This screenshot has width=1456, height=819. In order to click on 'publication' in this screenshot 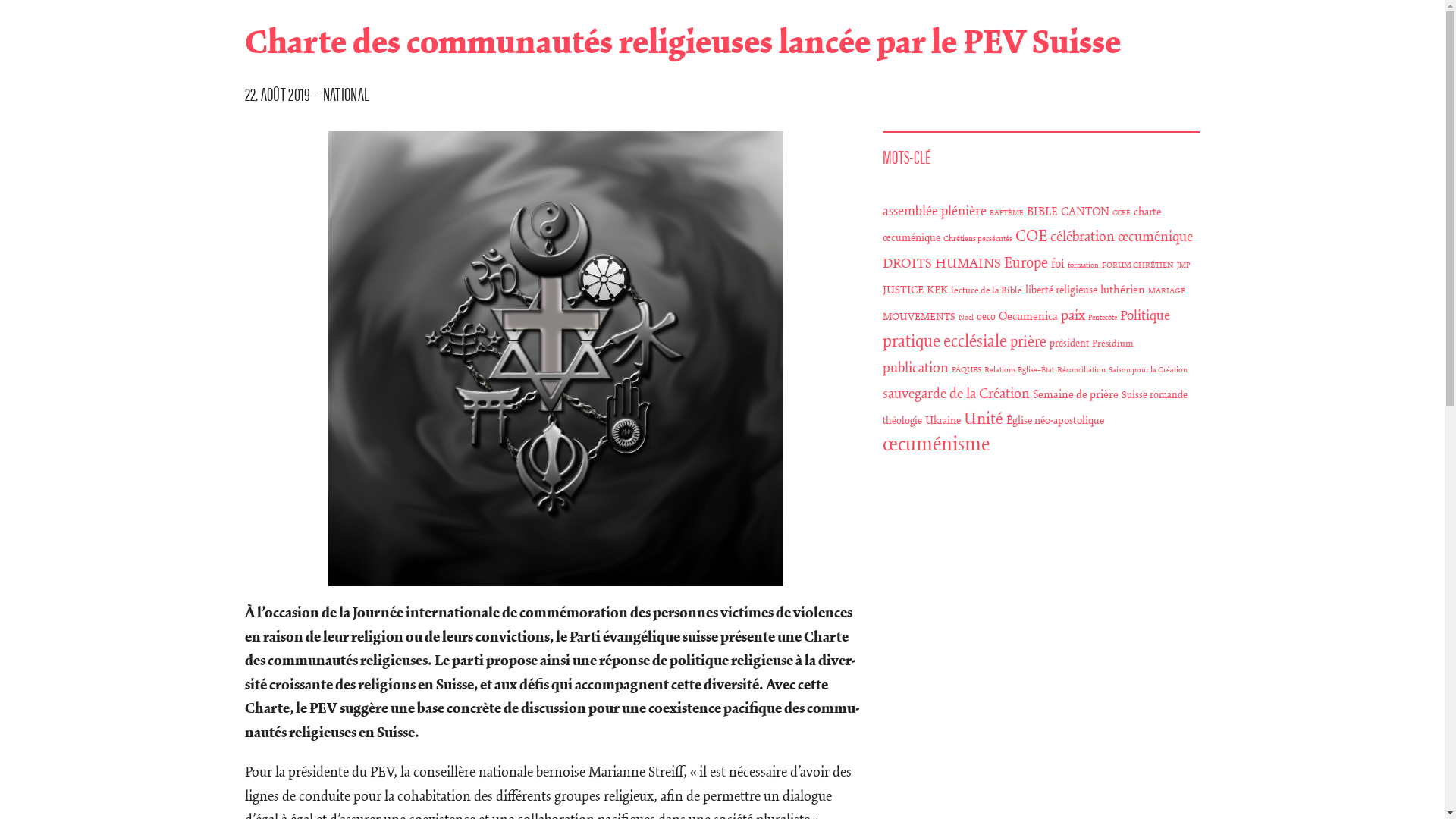, I will do `click(915, 368)`.